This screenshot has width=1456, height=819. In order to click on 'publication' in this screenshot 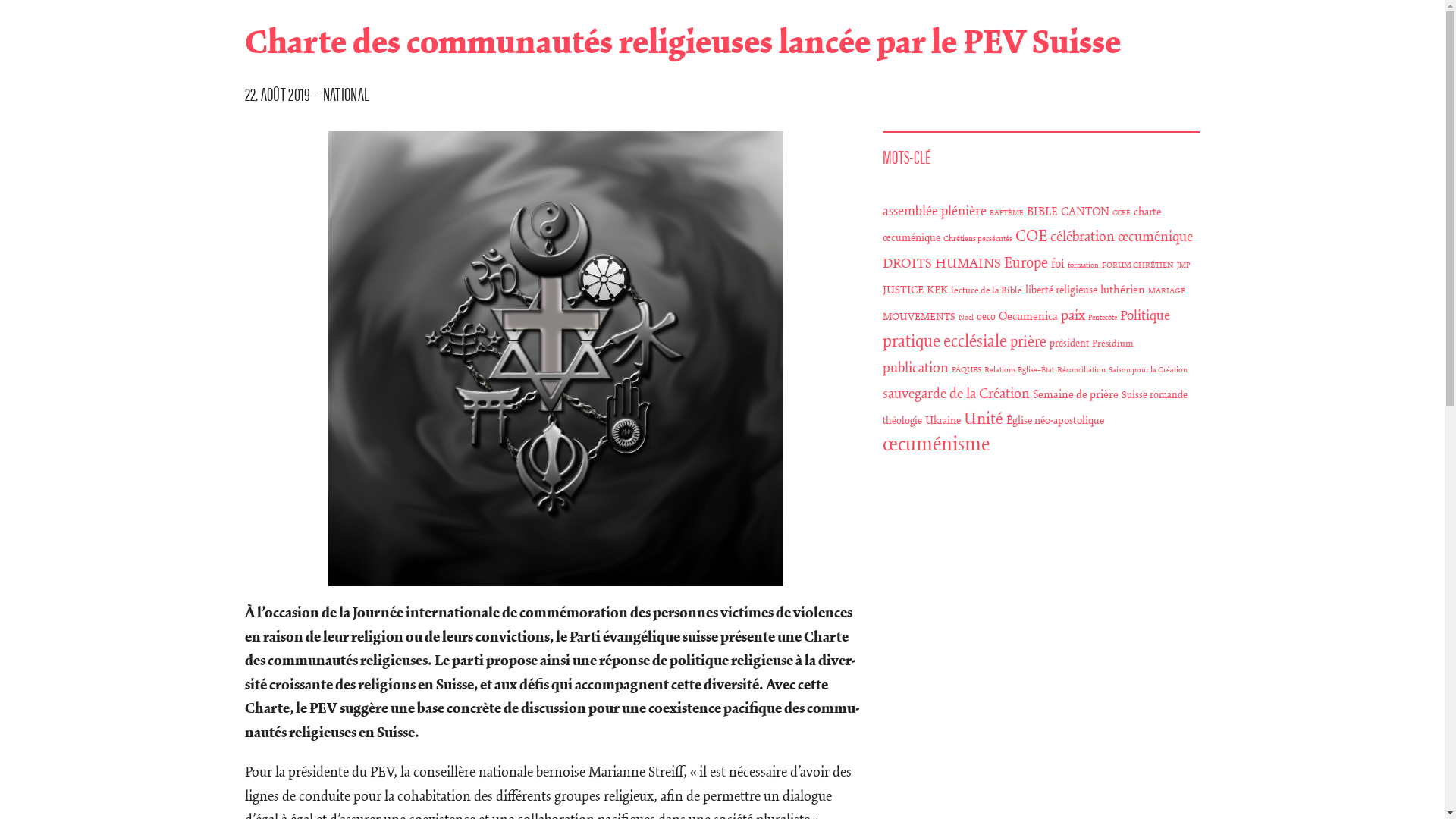, I will do `click(915, 368)`.